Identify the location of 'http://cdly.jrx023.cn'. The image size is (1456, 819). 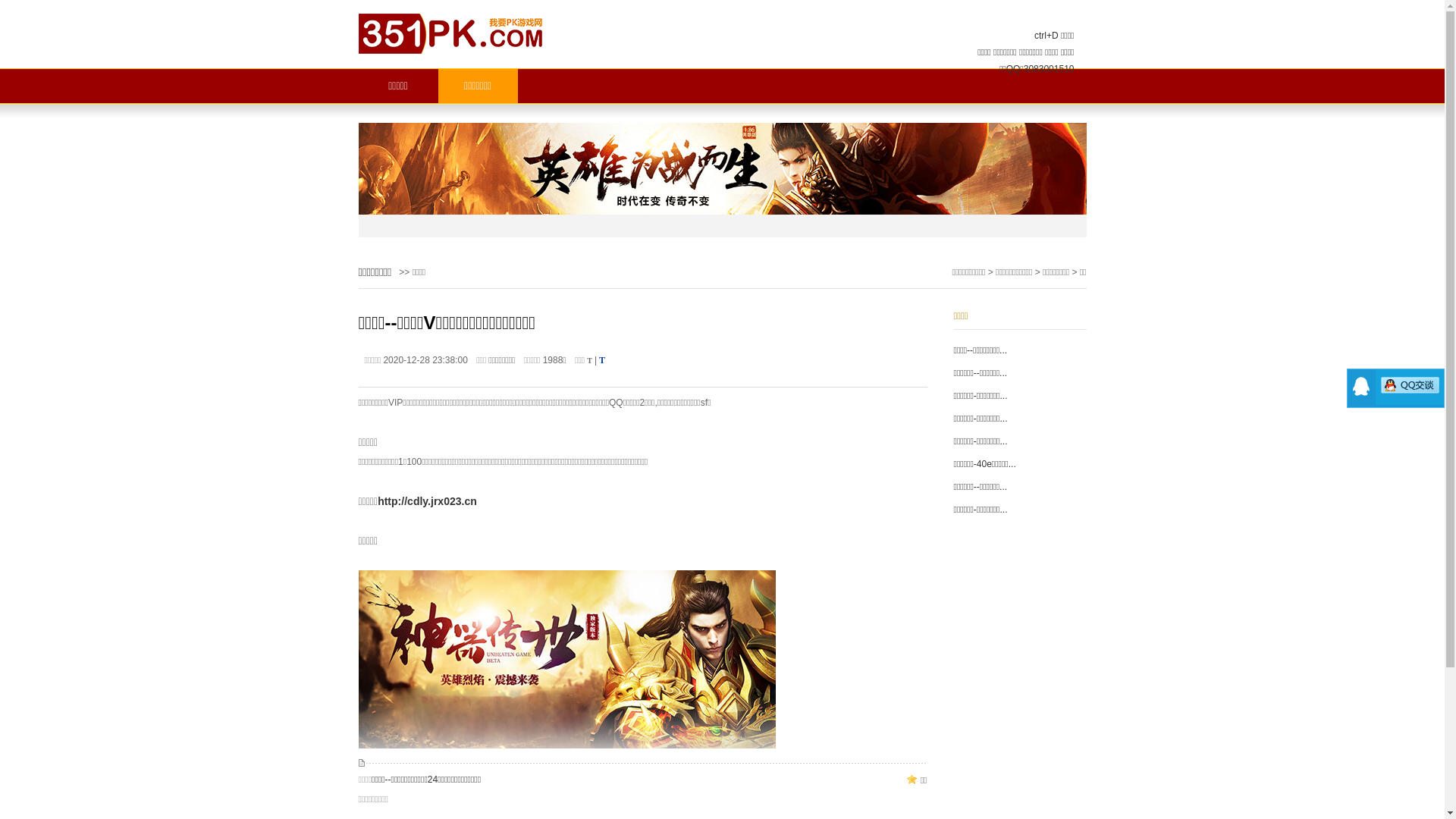
(426, 500).